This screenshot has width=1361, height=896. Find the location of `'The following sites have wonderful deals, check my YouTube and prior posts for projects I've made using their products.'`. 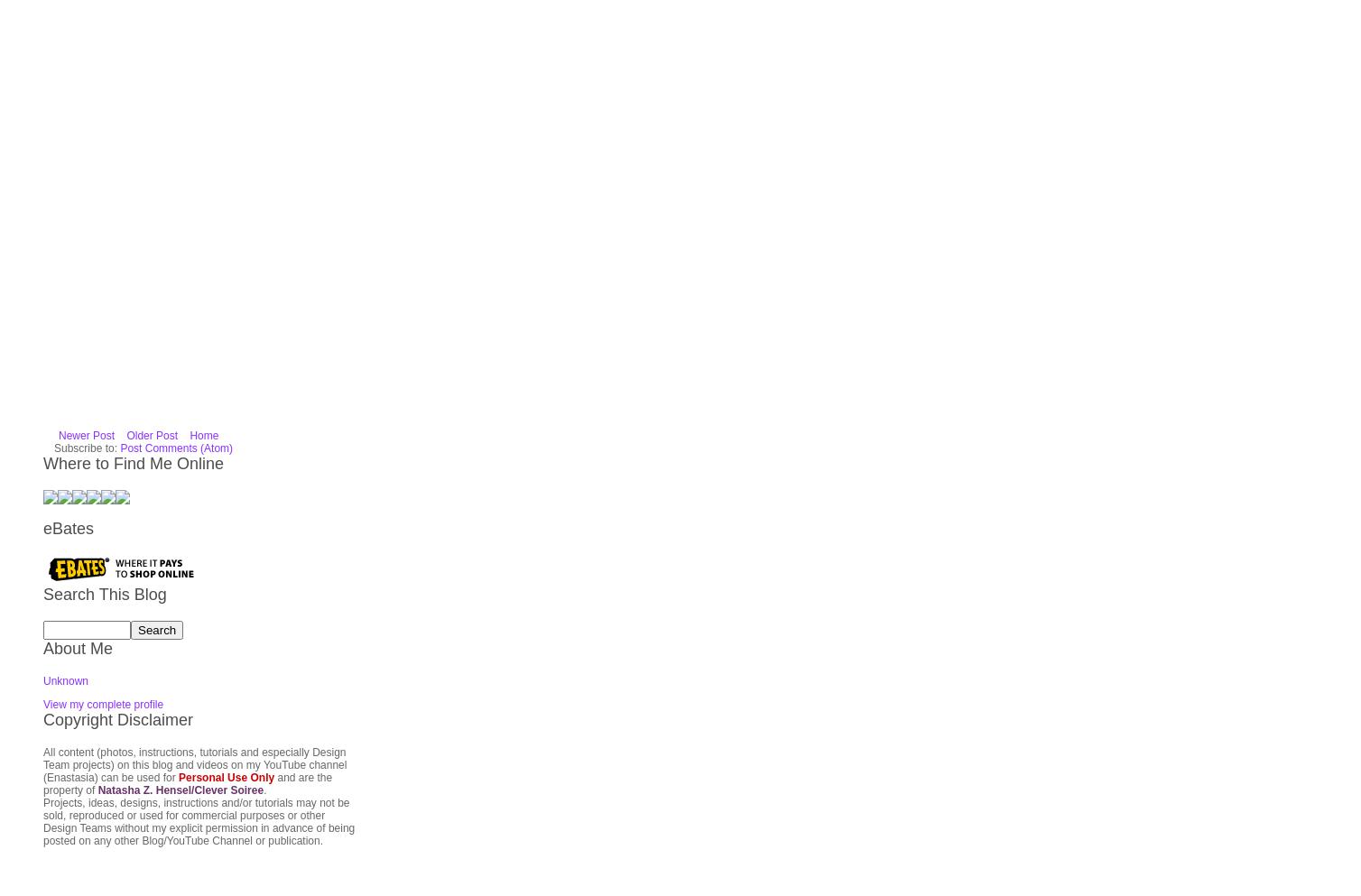

'The following sites have wonderful deals, check my YouTube and prior posts for projects I've made using their products.' is located at coordinates (199, 874).